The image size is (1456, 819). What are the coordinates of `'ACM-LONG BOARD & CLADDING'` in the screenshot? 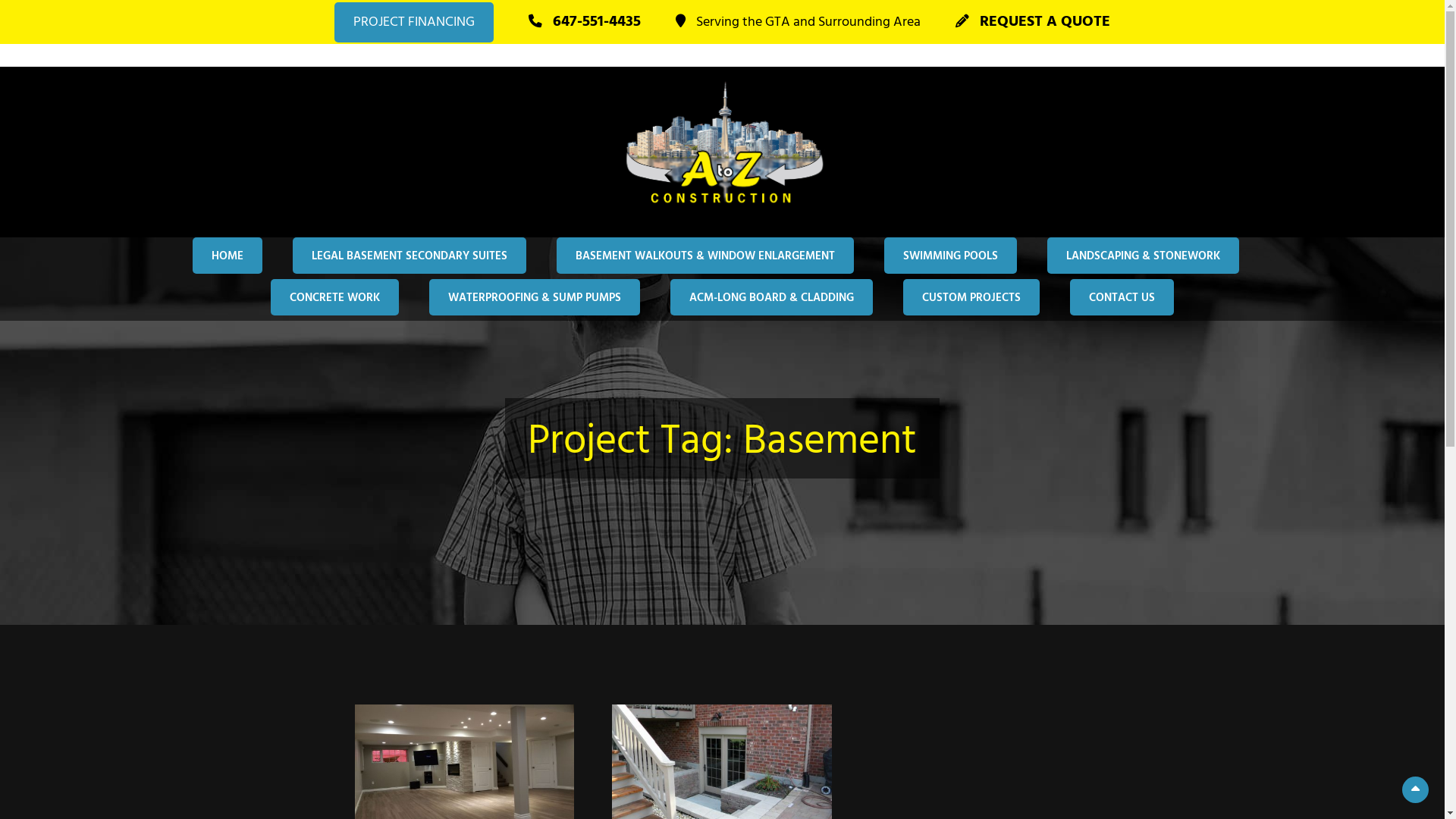 It's located at (771, 297).